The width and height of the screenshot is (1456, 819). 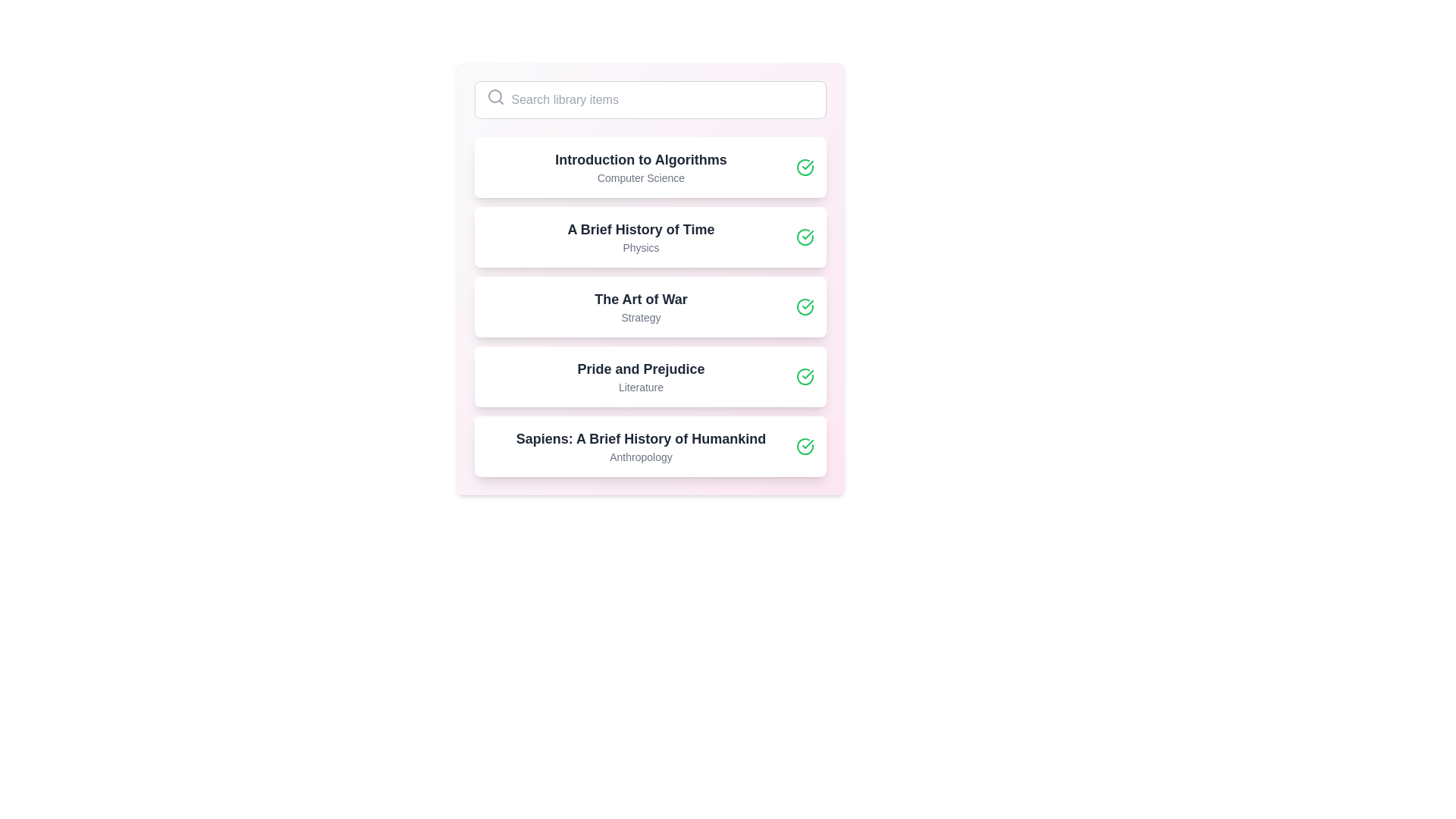 I want to click on the checkmark icon element indicating completion status for 'The Art of War' in the Strategy category list view, so click(x=807, y=304).